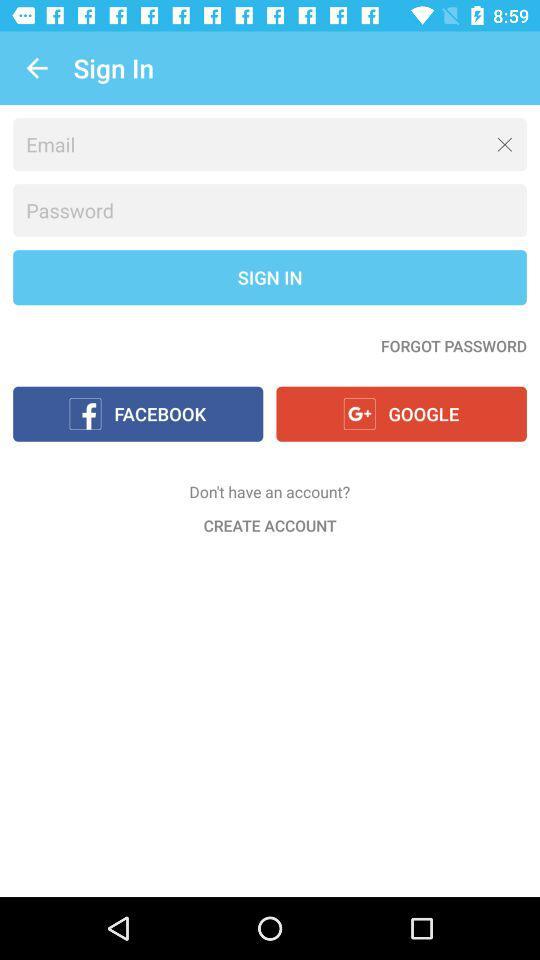 This screenshot has height=960, width=540. What do you see at coordinates (270, 210) in the screenshot?
I see `put in password` at bounding box center [270, 210].